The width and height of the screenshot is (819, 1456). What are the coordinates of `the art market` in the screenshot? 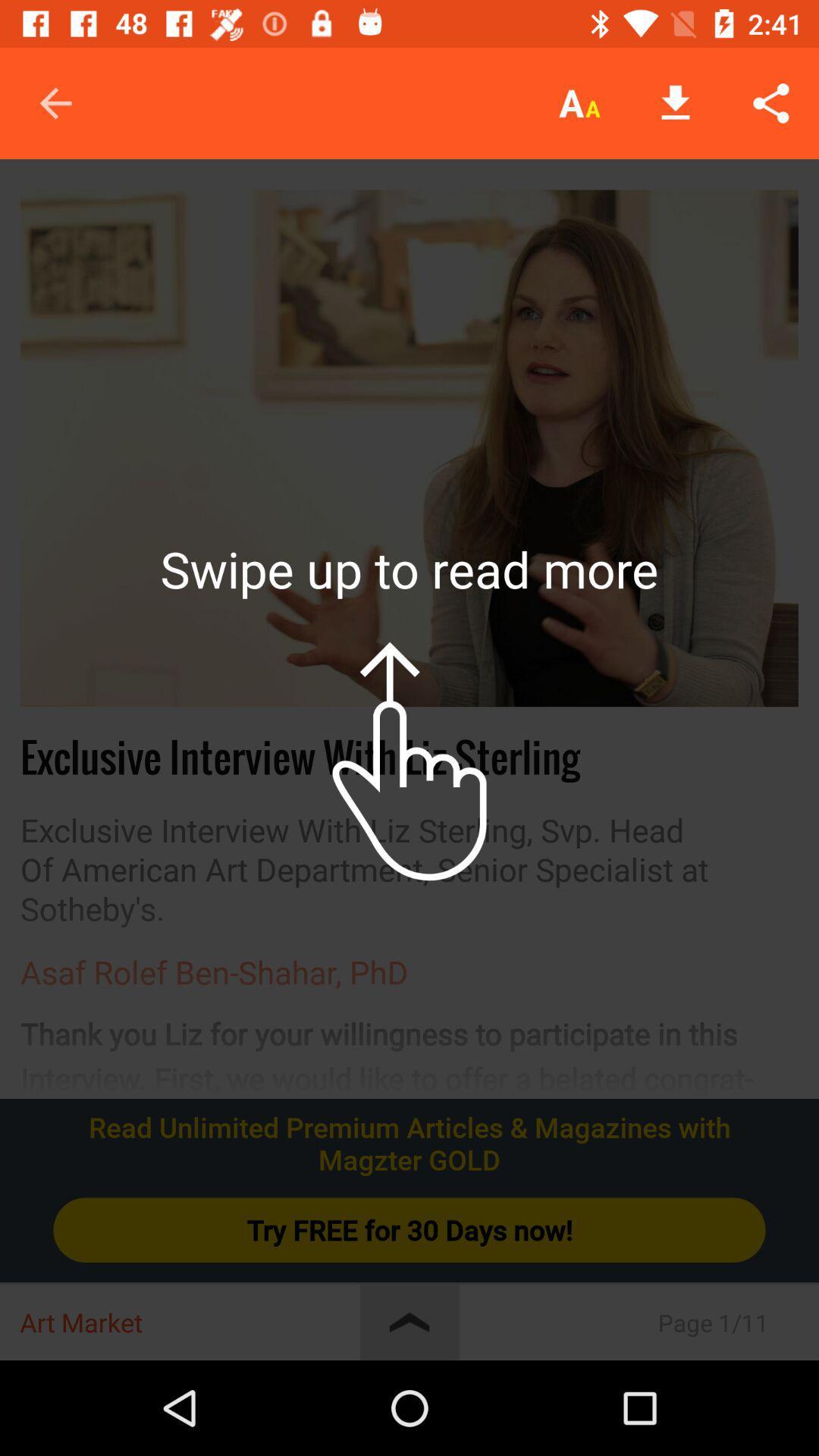 It's located at (189, 1322).